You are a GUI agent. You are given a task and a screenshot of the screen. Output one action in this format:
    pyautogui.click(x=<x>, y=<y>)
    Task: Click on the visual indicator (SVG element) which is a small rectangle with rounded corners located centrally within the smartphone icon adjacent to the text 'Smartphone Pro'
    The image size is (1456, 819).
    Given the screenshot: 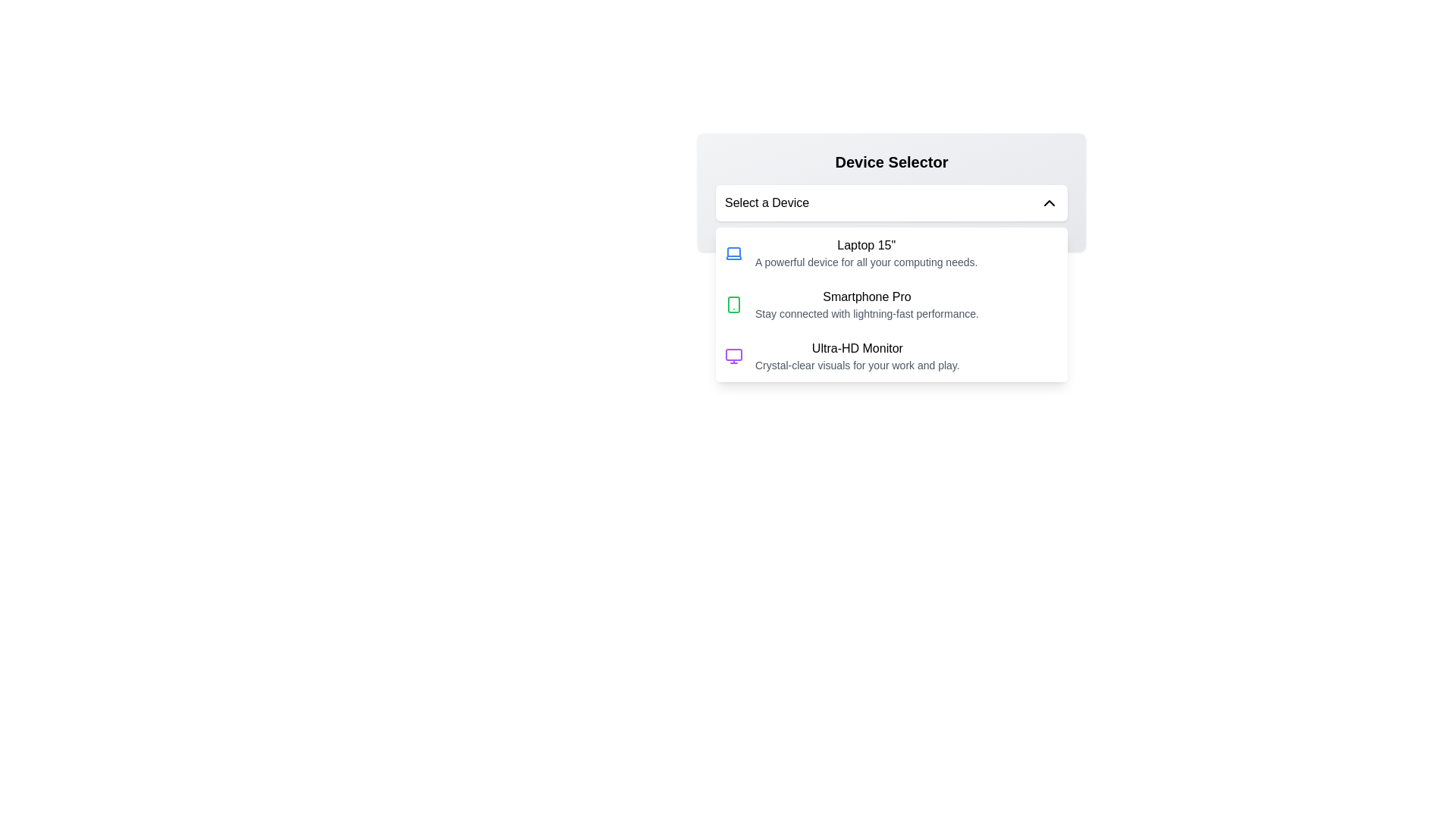 What is the action you would take?
    pyautogui.click(x=734, y=304)
    